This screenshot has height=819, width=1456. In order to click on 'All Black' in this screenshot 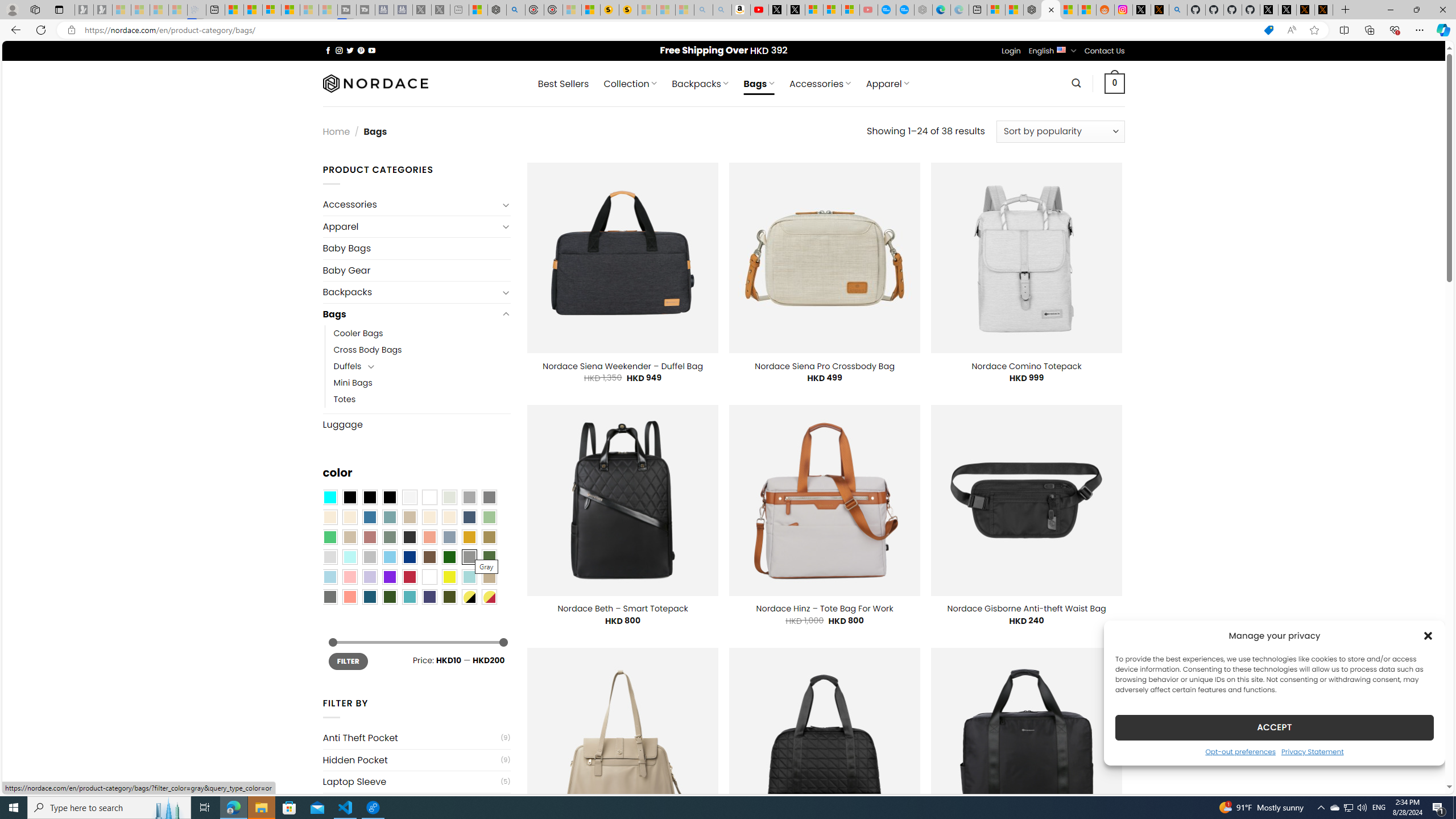, I will do `click(349, 497)`.